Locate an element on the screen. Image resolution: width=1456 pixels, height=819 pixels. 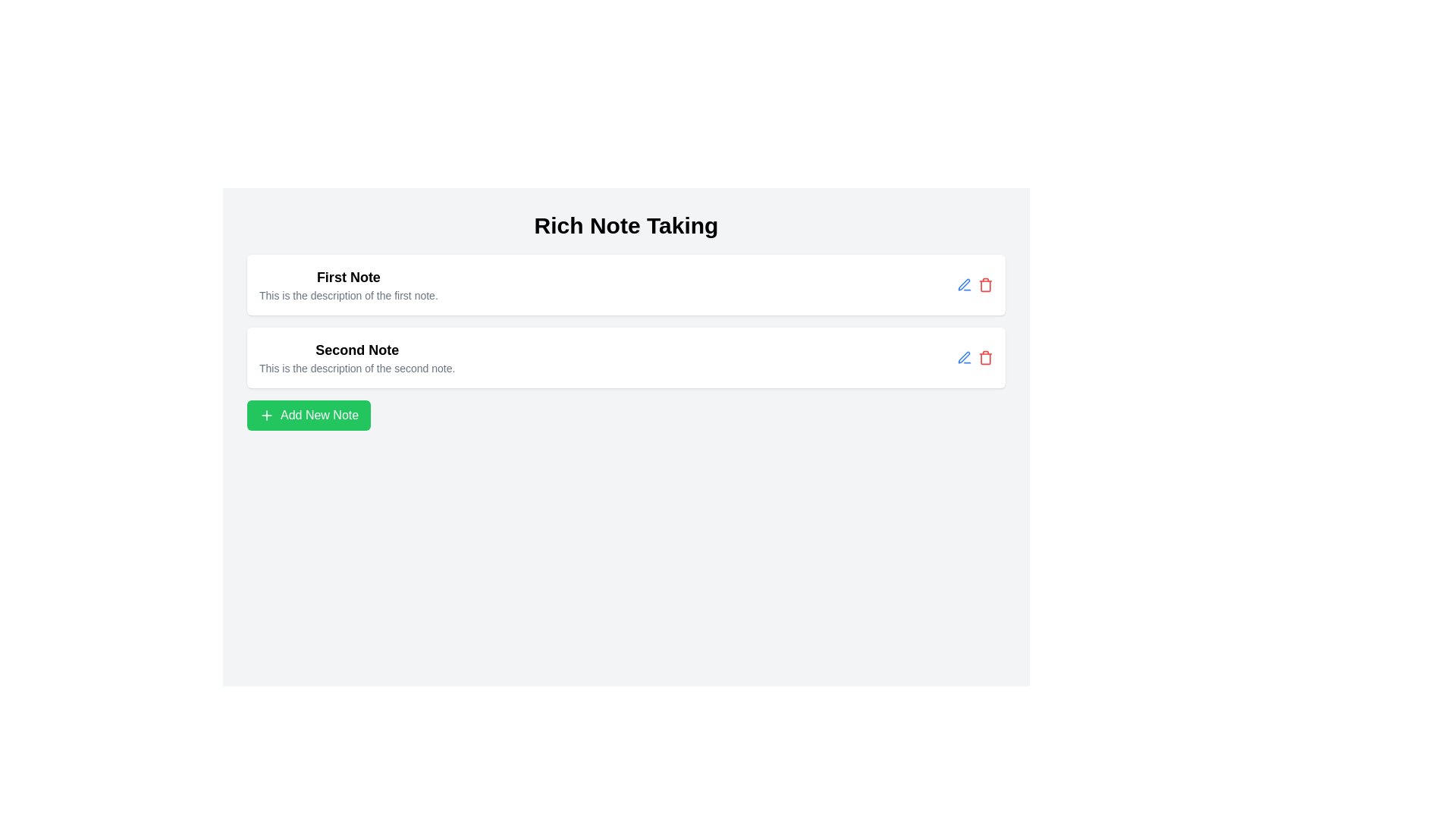
the text label that serves as the title for the first note is located at coordinates (347, 278).